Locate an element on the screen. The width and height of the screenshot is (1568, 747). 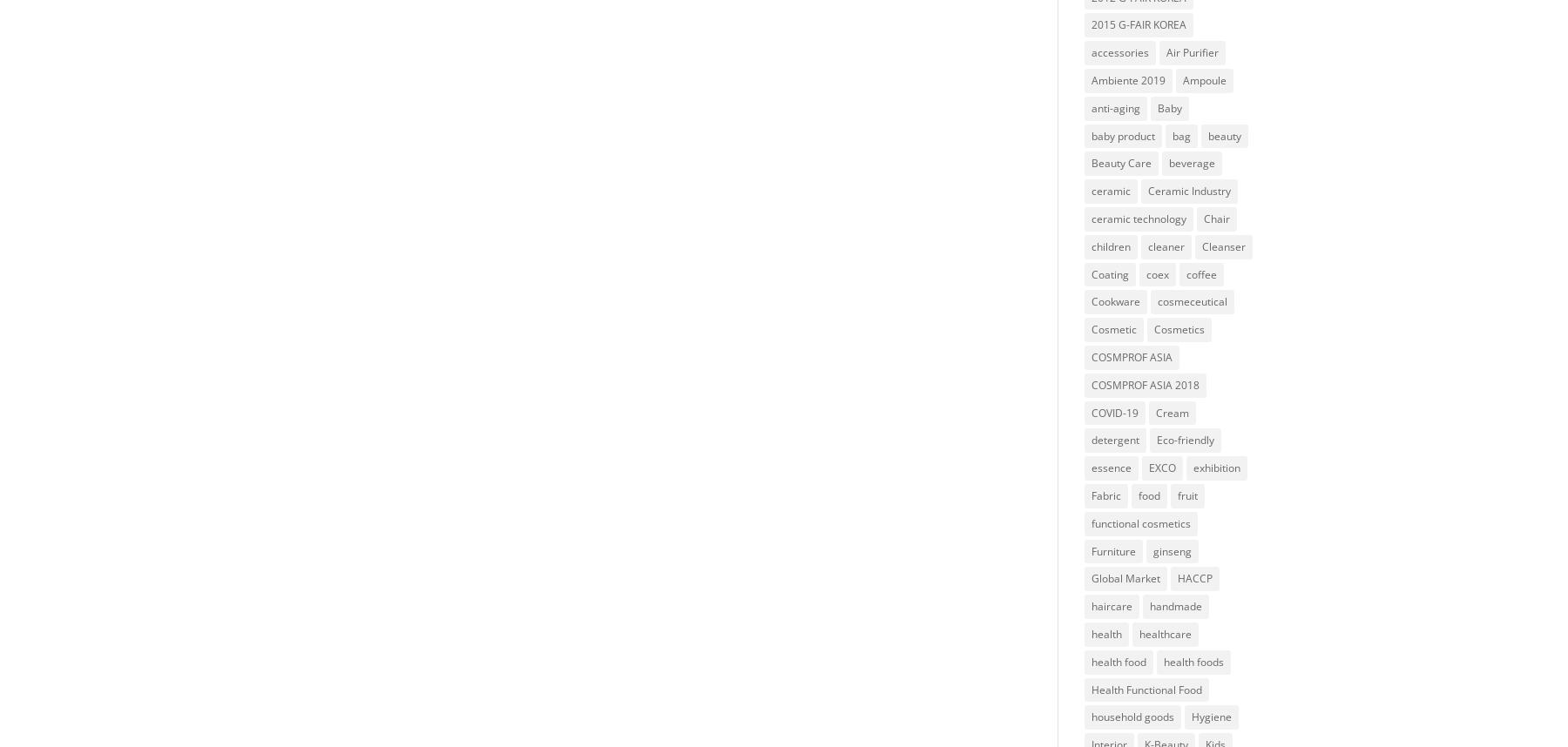
'coex' is located at coordinates (1157, 273).